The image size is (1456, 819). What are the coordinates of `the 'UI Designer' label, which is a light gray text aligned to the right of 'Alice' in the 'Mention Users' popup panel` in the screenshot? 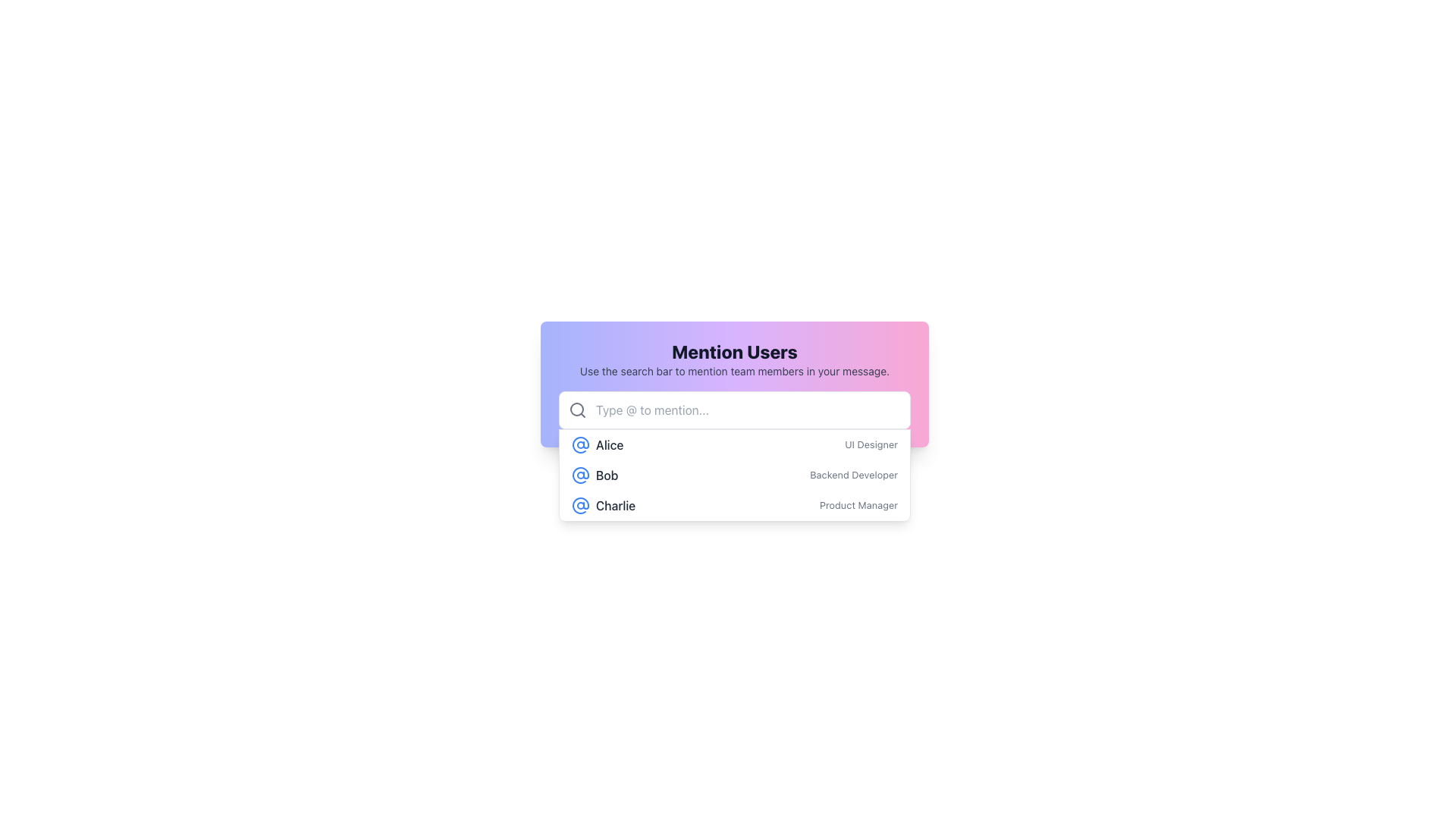 It's located at (871, 444).